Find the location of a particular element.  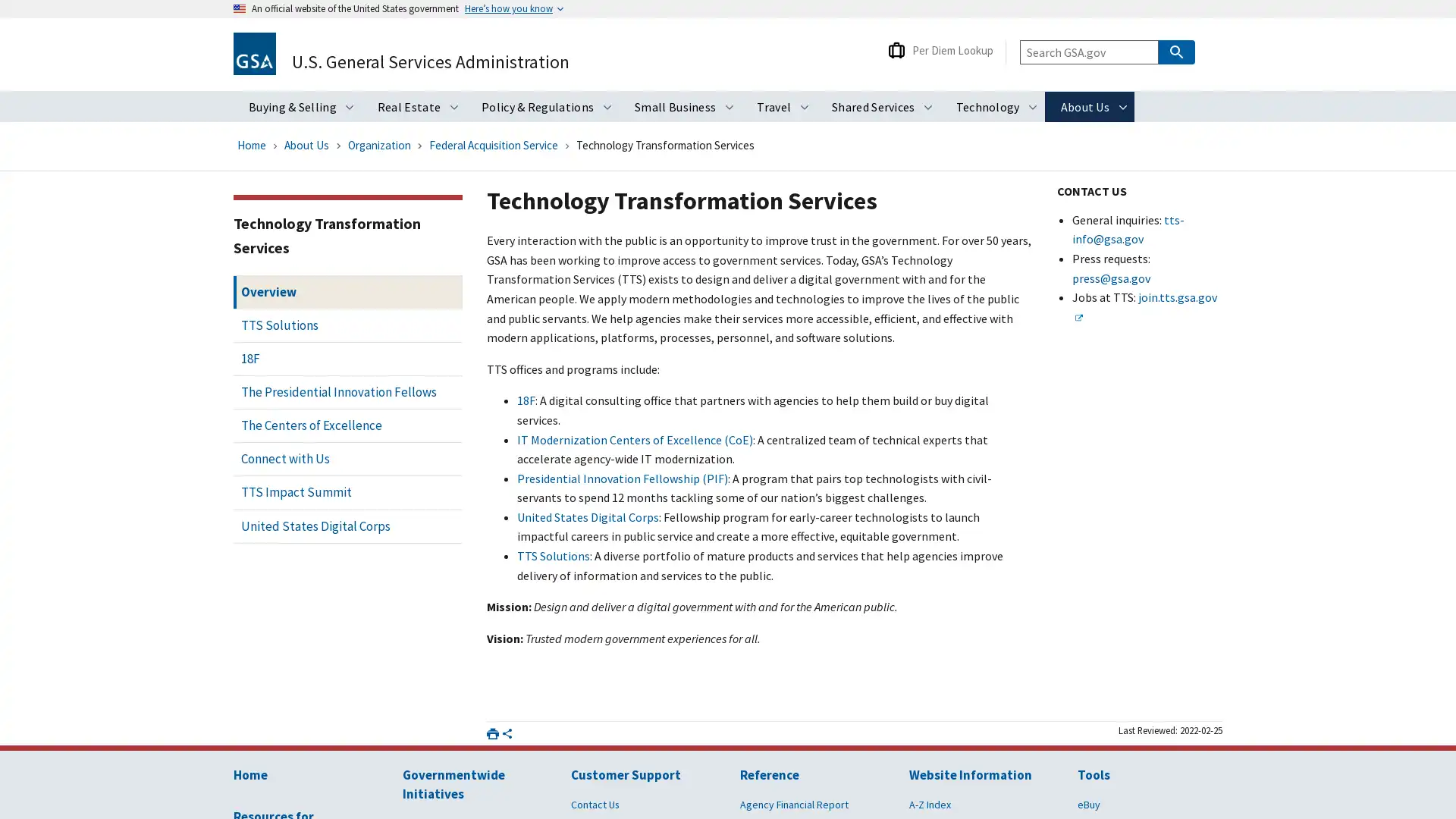

Search is located at coordinates (1175, 52).